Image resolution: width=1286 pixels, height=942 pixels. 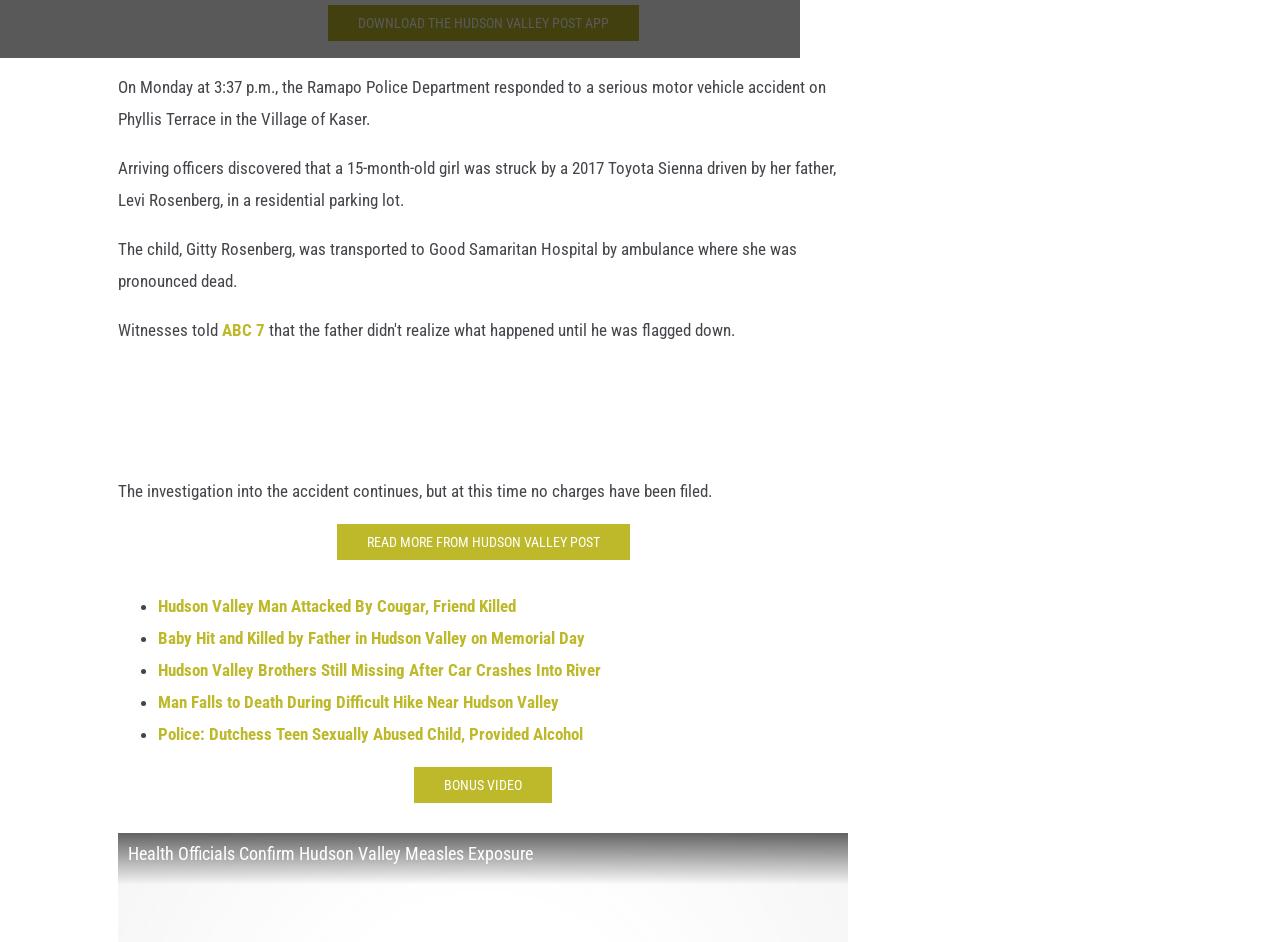 I want to click on 'Download the Hudson Valley Post App', so click(x=481, y=34).